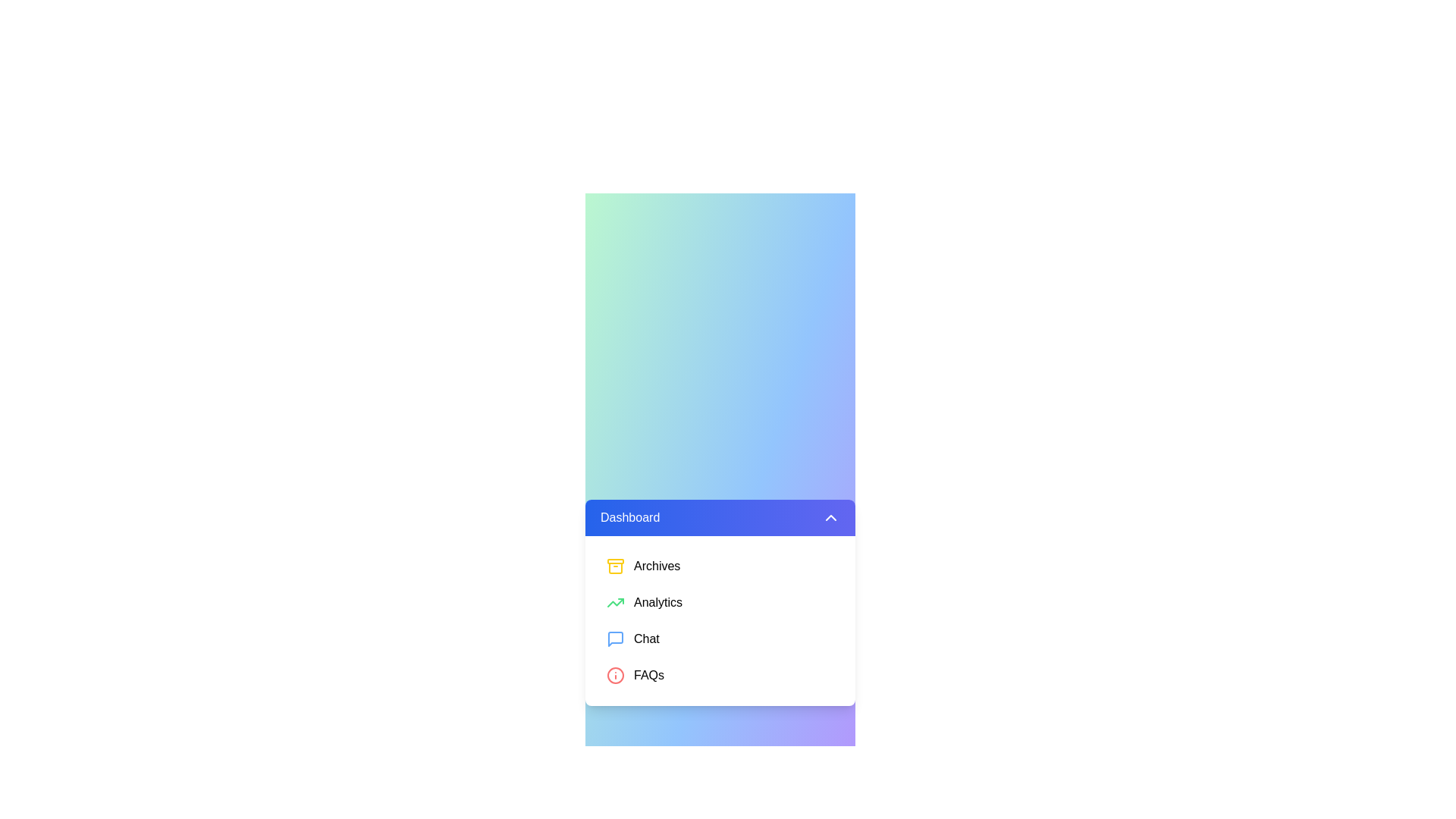  Describe the element at coordinates (720, 675) in the screenshot. I see `the menu item FAQs` at that location.